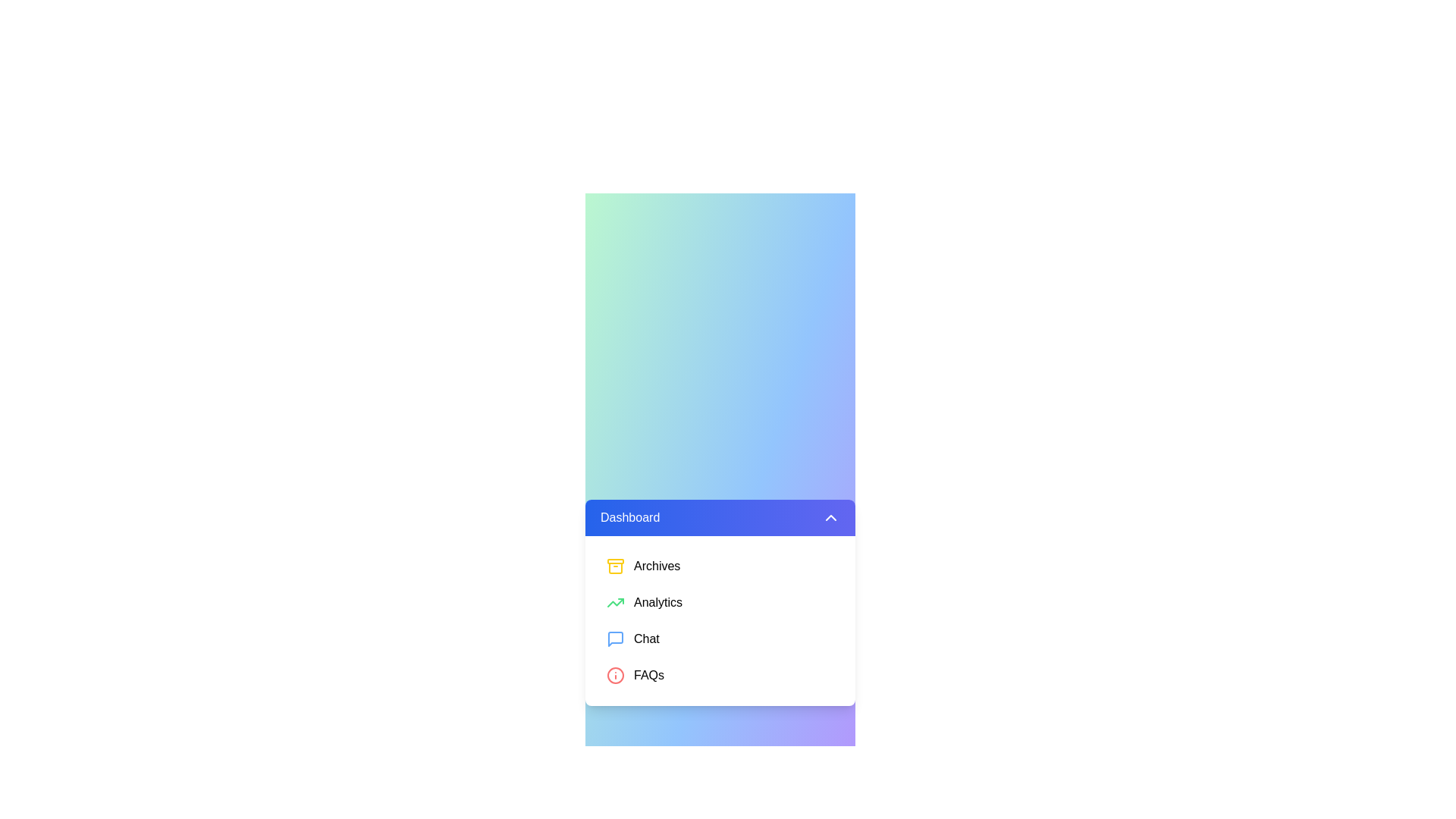  Describe the element at coordinates (720, 675) in the screenshot. I see `the menu item FAQs` at that location.